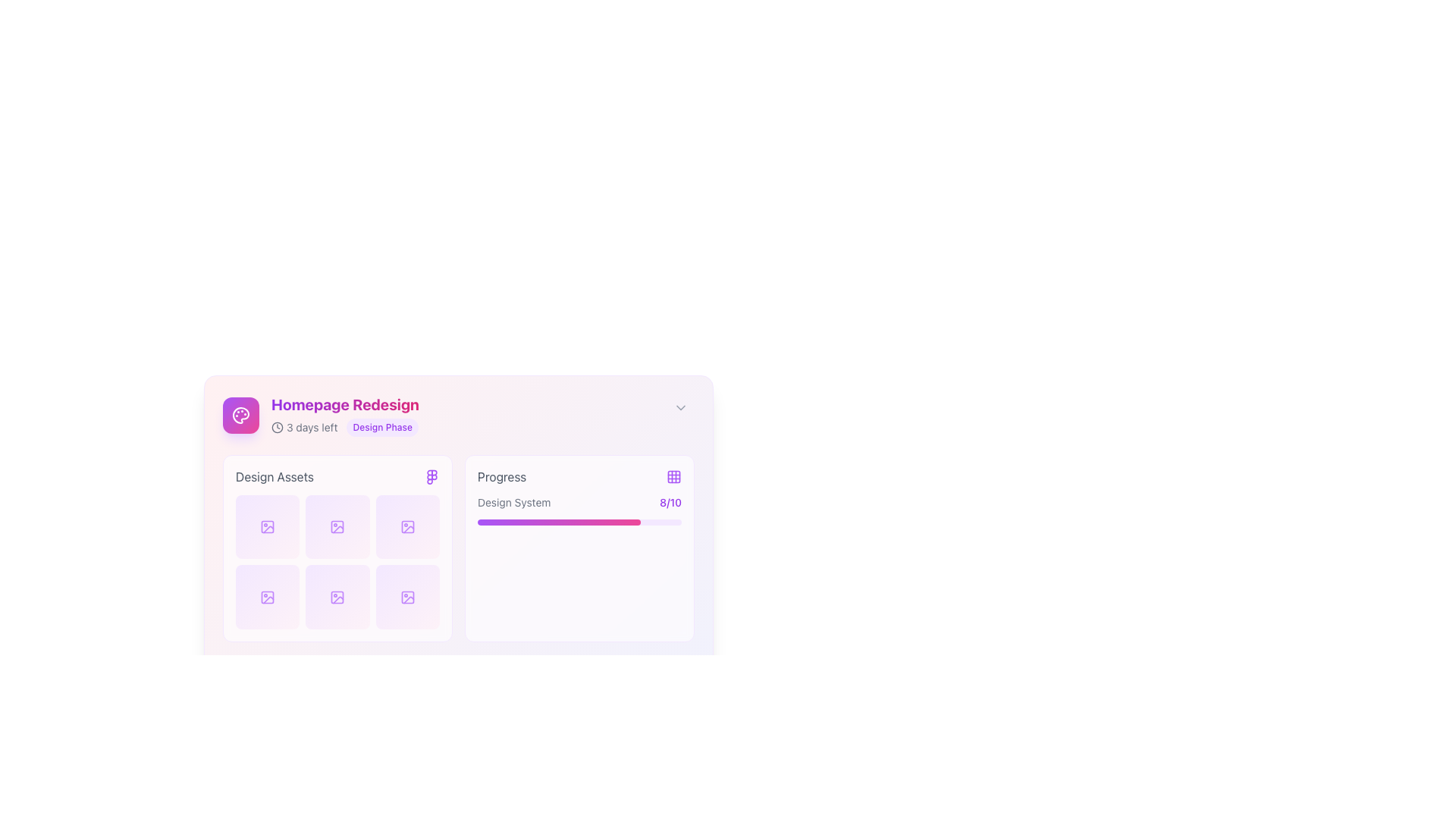 This screenshot has width=1456, height=819. What do you see at coordinates (579, 522) in the screenshot?
I see `the horizontal progress bar with a purple gradient fill, representing 80% completion` at bounding box center [579, 522].